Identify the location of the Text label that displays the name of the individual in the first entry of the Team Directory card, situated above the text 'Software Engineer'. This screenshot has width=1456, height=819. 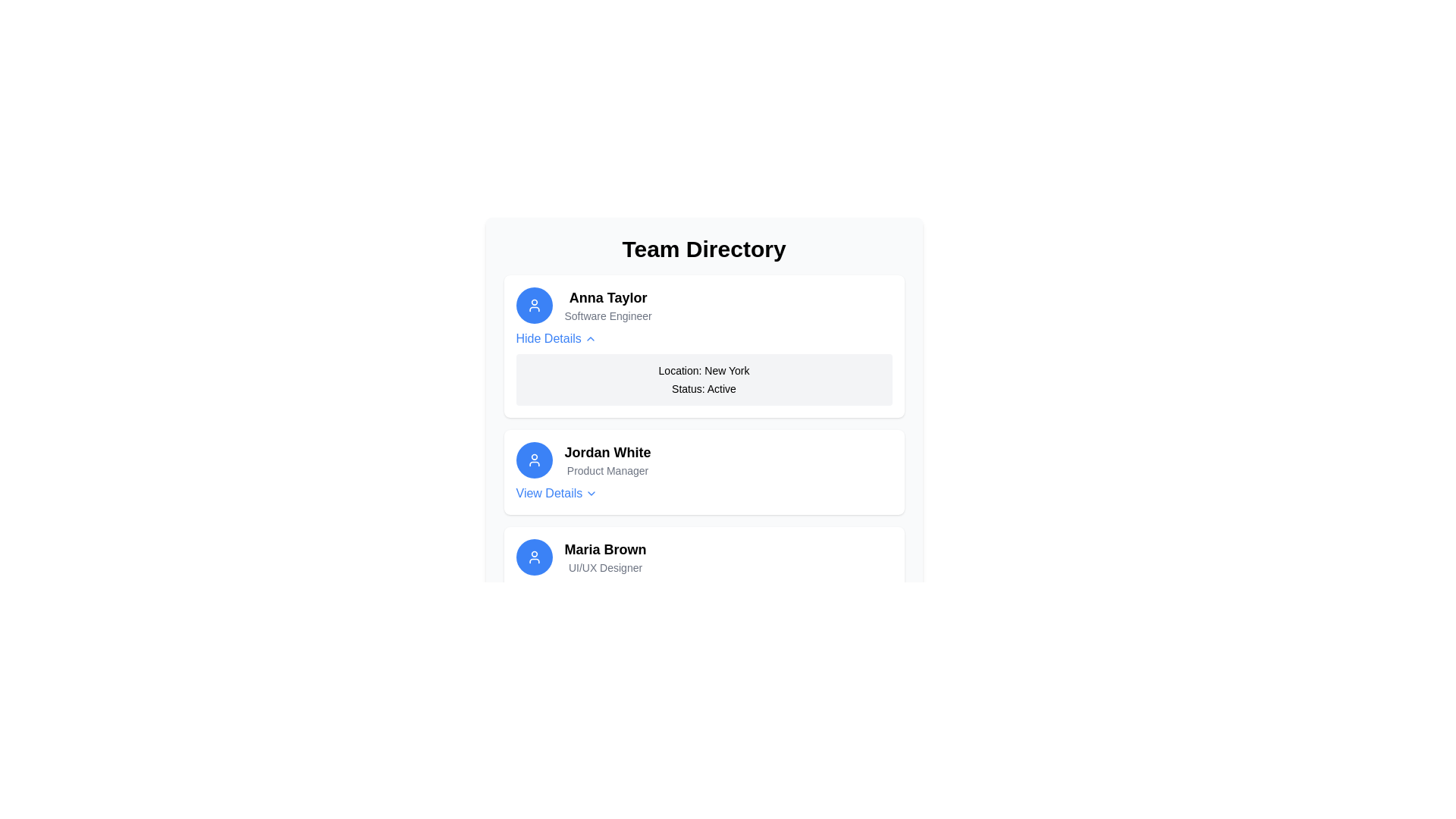
(608, 298).